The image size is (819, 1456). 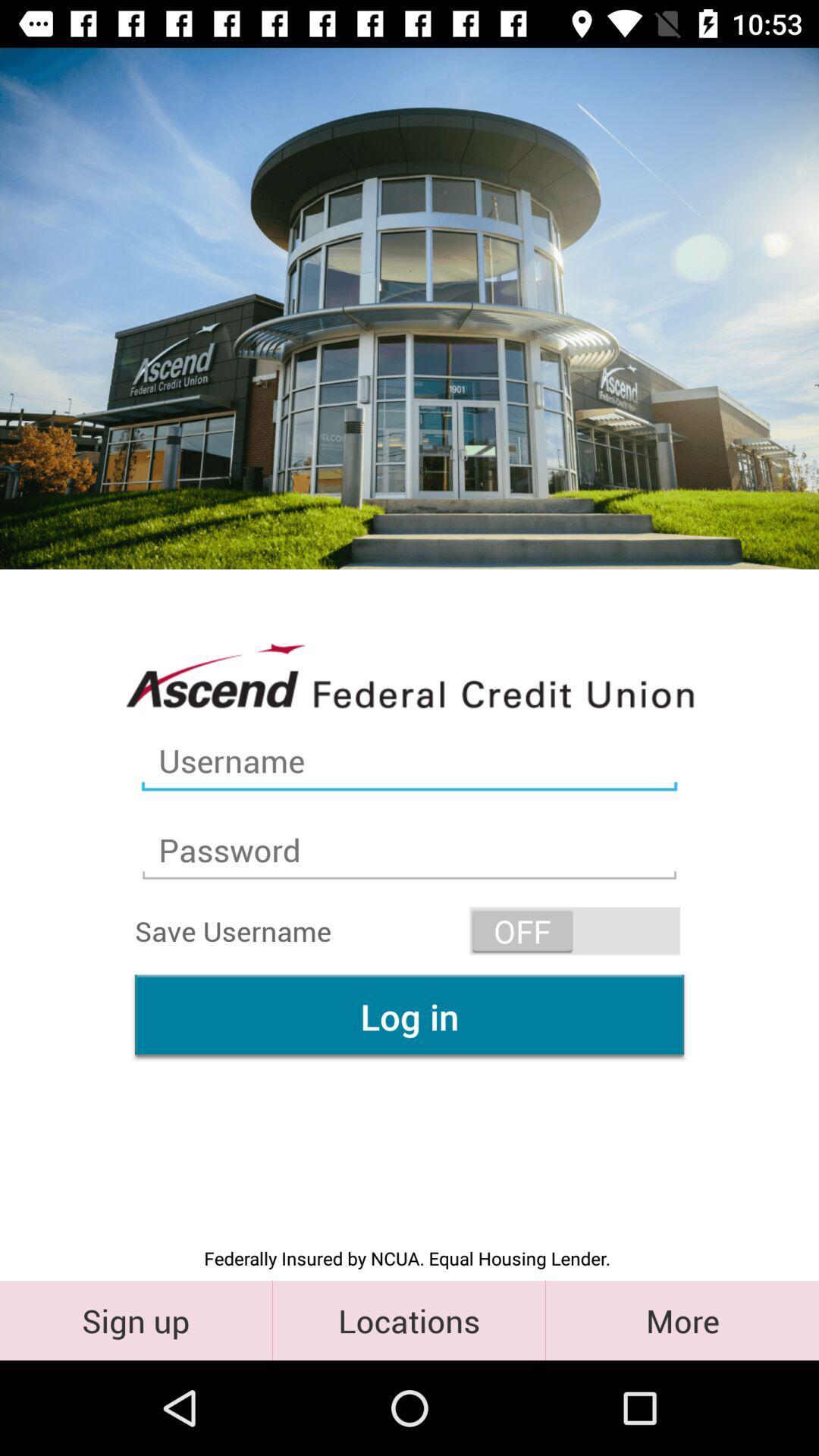 What do you see at coordinates (408, 1319) in the screenshot?
I see `the button next to sing in` at bounding box center [408, 1319].